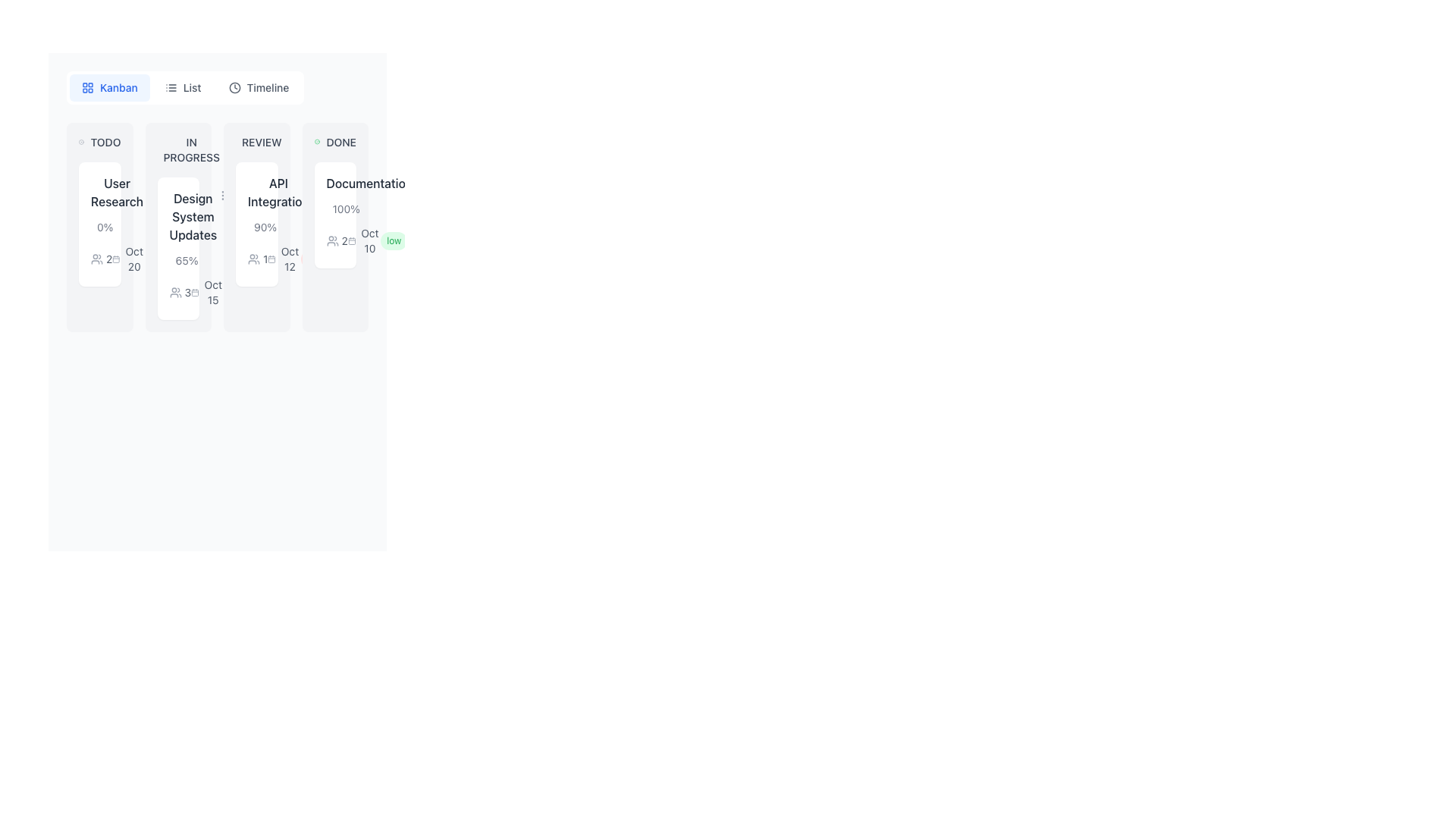 The width and height of the screenshot is (1456, 819). I want to click on the 'Kanban' button, which is a rectangular button with rounded corners, light blue background, and blue text, to switch views, so click(108, 87).